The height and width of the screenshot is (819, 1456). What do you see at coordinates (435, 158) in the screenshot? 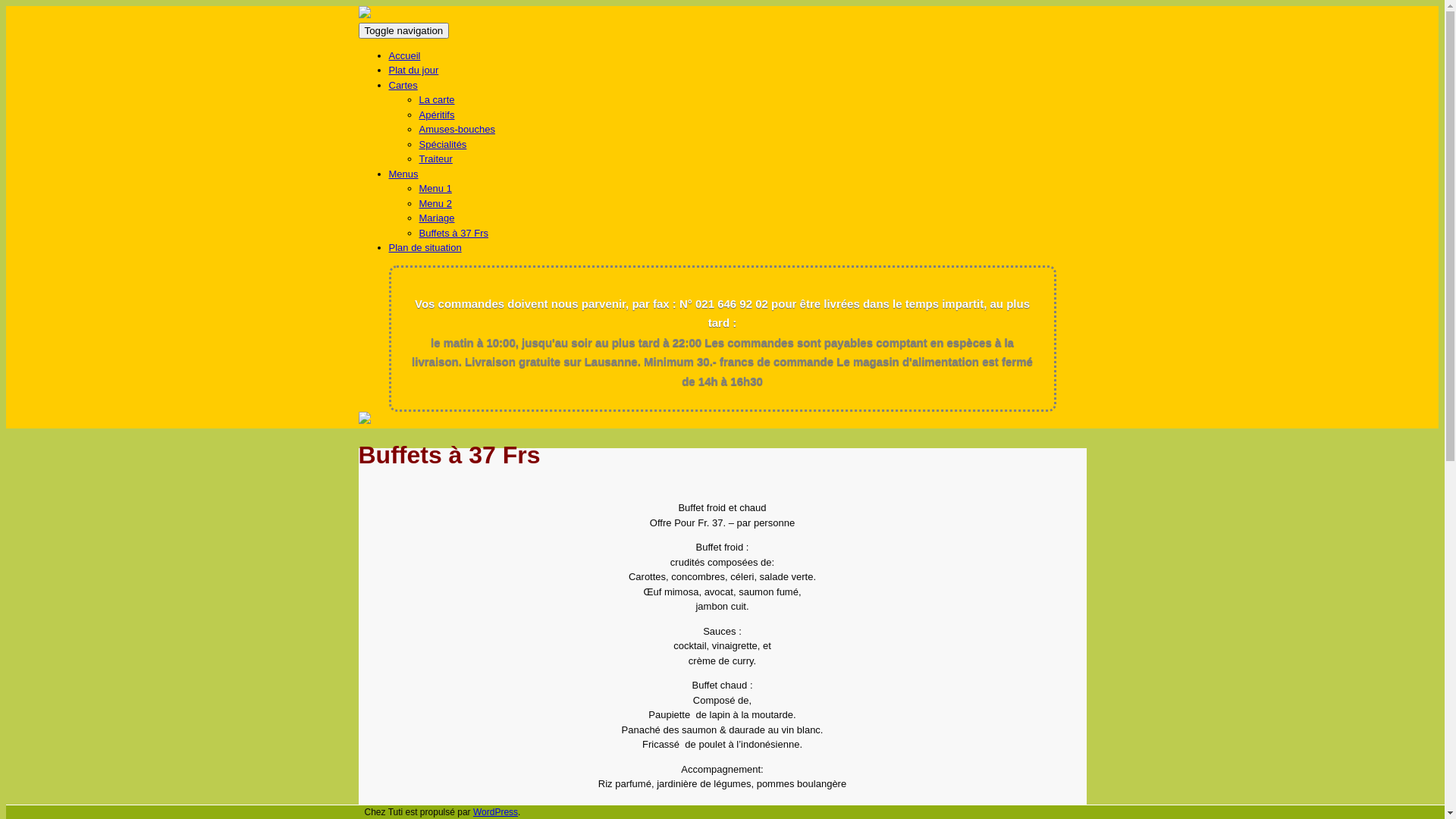
I see `'Traiteur'` at bounding box center [435, 158].